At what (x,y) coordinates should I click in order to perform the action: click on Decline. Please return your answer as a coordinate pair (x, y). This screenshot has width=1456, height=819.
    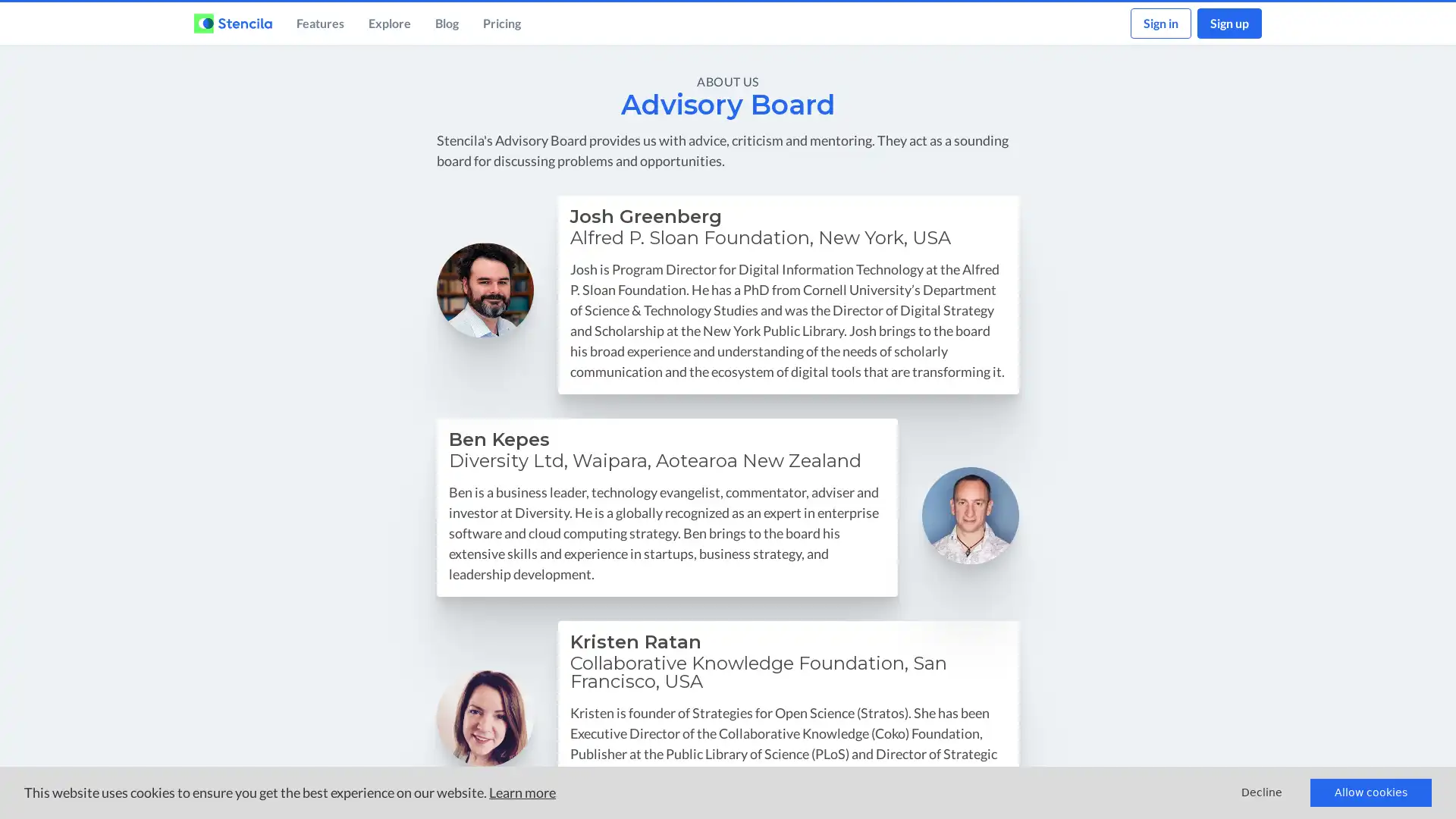
    Looking at the image, I should click on (1262, 792).